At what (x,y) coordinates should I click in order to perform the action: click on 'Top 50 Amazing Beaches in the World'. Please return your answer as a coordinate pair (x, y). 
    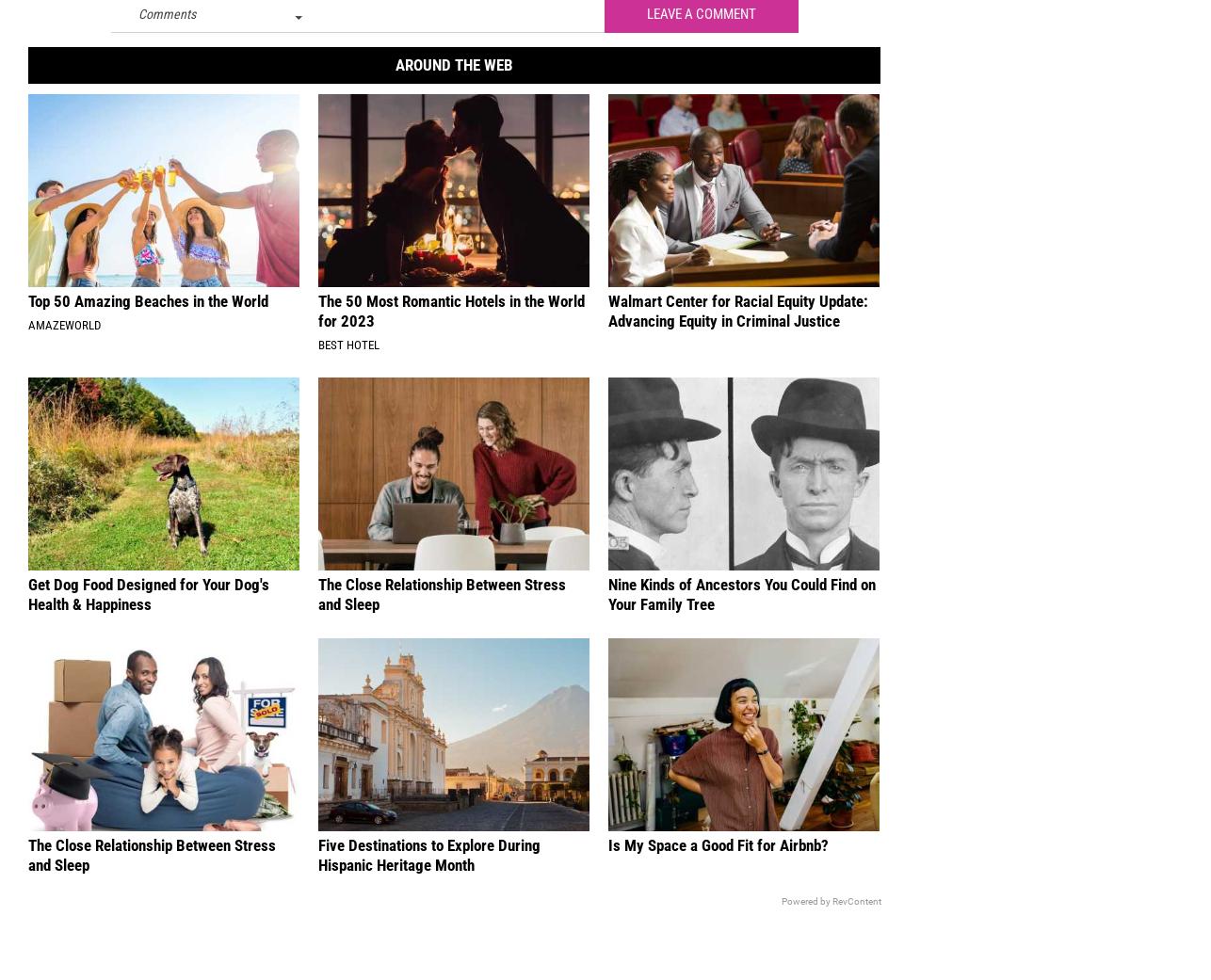
    Looking at the image, I should click on (148, 313).